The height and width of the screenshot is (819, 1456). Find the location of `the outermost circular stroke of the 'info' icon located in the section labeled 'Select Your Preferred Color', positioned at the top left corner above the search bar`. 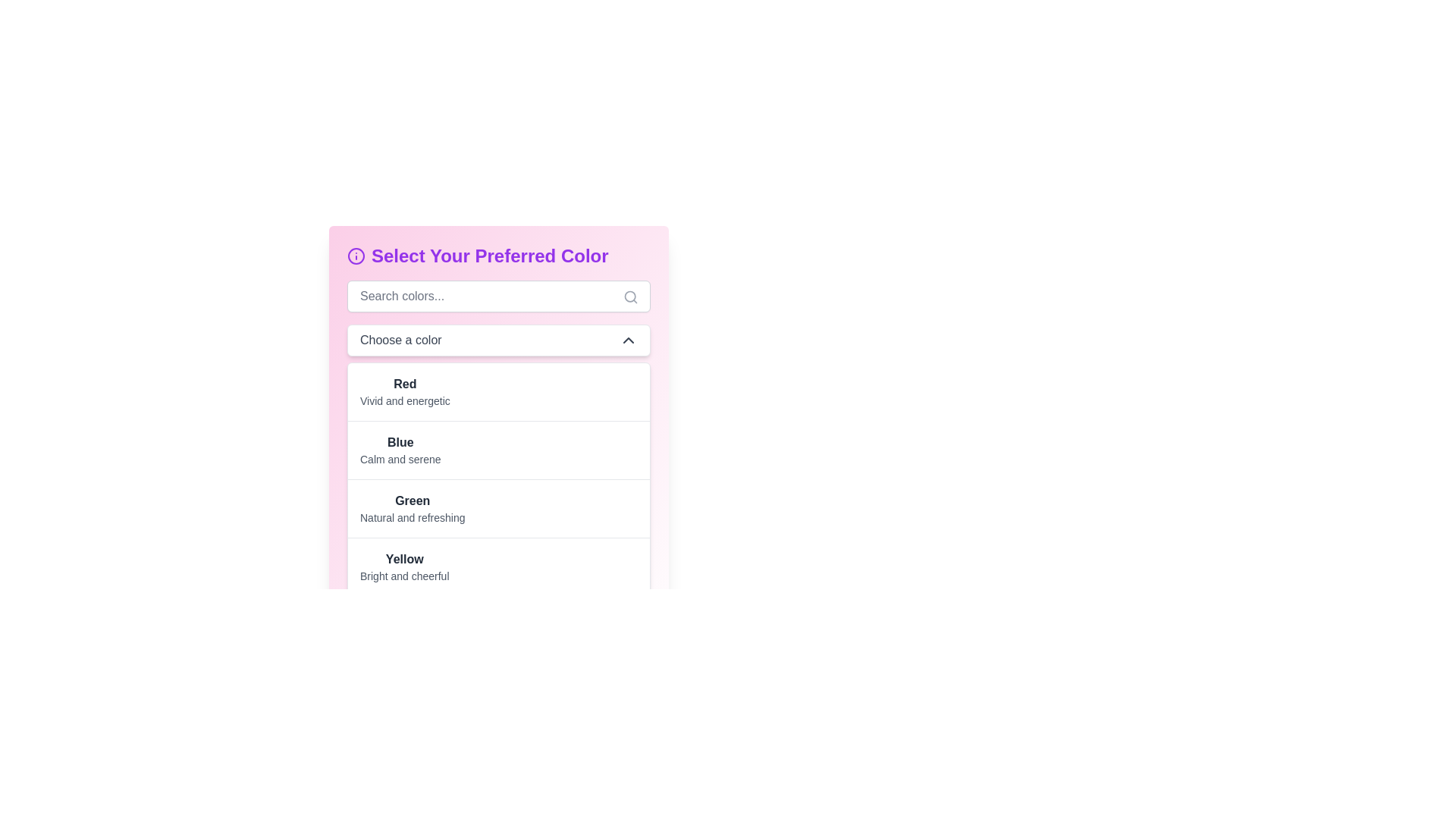

the outermost circular stroke of the 'info' icon located in the section labeled 'Select Your Preferred Color', positioned at the top left corner above the search bar is located at coordinates (356, 256).